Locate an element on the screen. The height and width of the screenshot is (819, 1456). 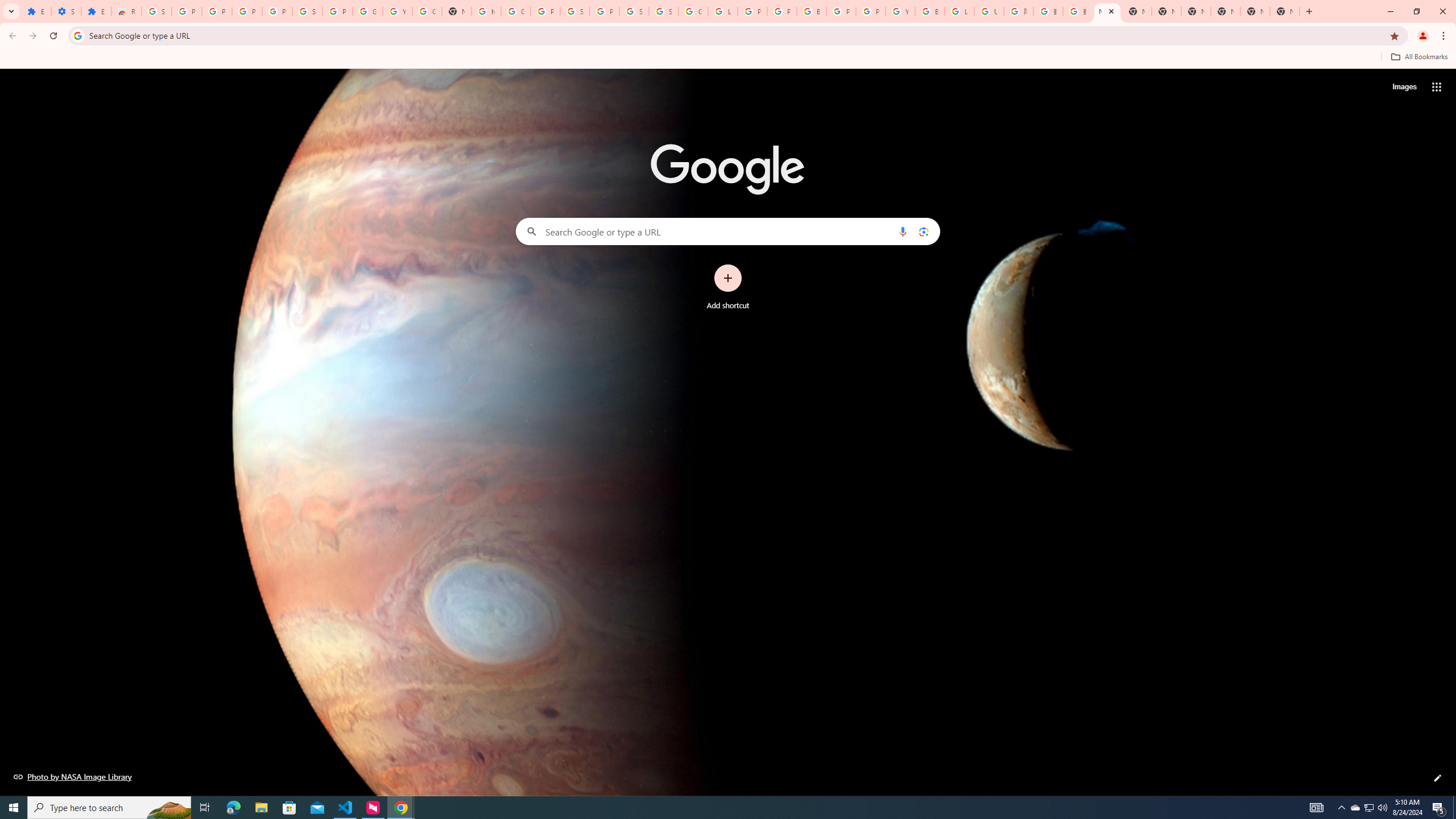
'Extensions' is located at coordinates (95, 11).